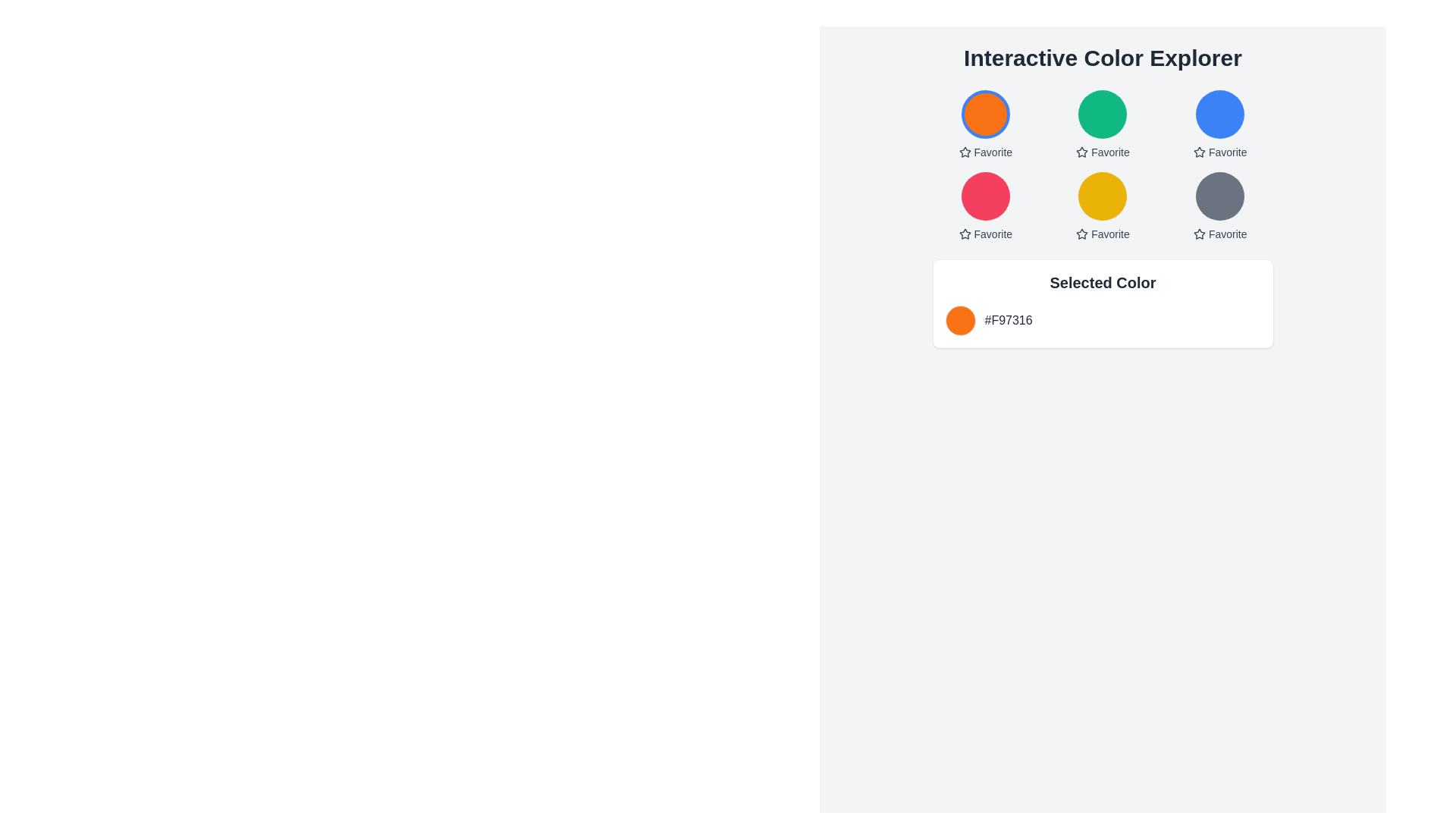 The height and width of the screenshot is (819, 1456). I want to click on the 'Favorite' text label, which is displayed in a small-sized gray font and is located to the right of a star icon beneath the orange circular button, so click(993, 152).